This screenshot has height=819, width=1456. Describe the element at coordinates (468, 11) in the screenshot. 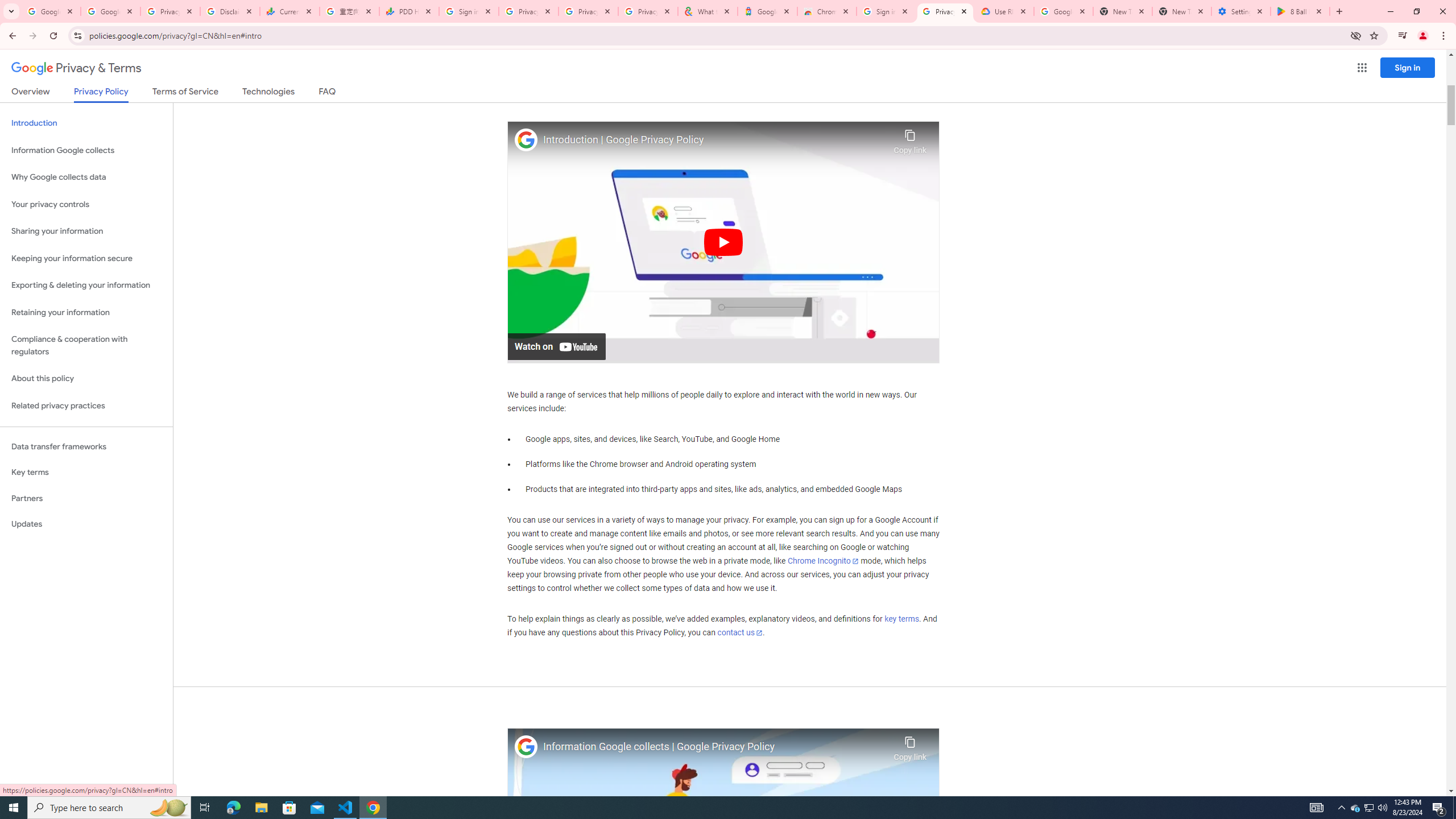

I see `'Sign in - Google Accounts'` at that location.